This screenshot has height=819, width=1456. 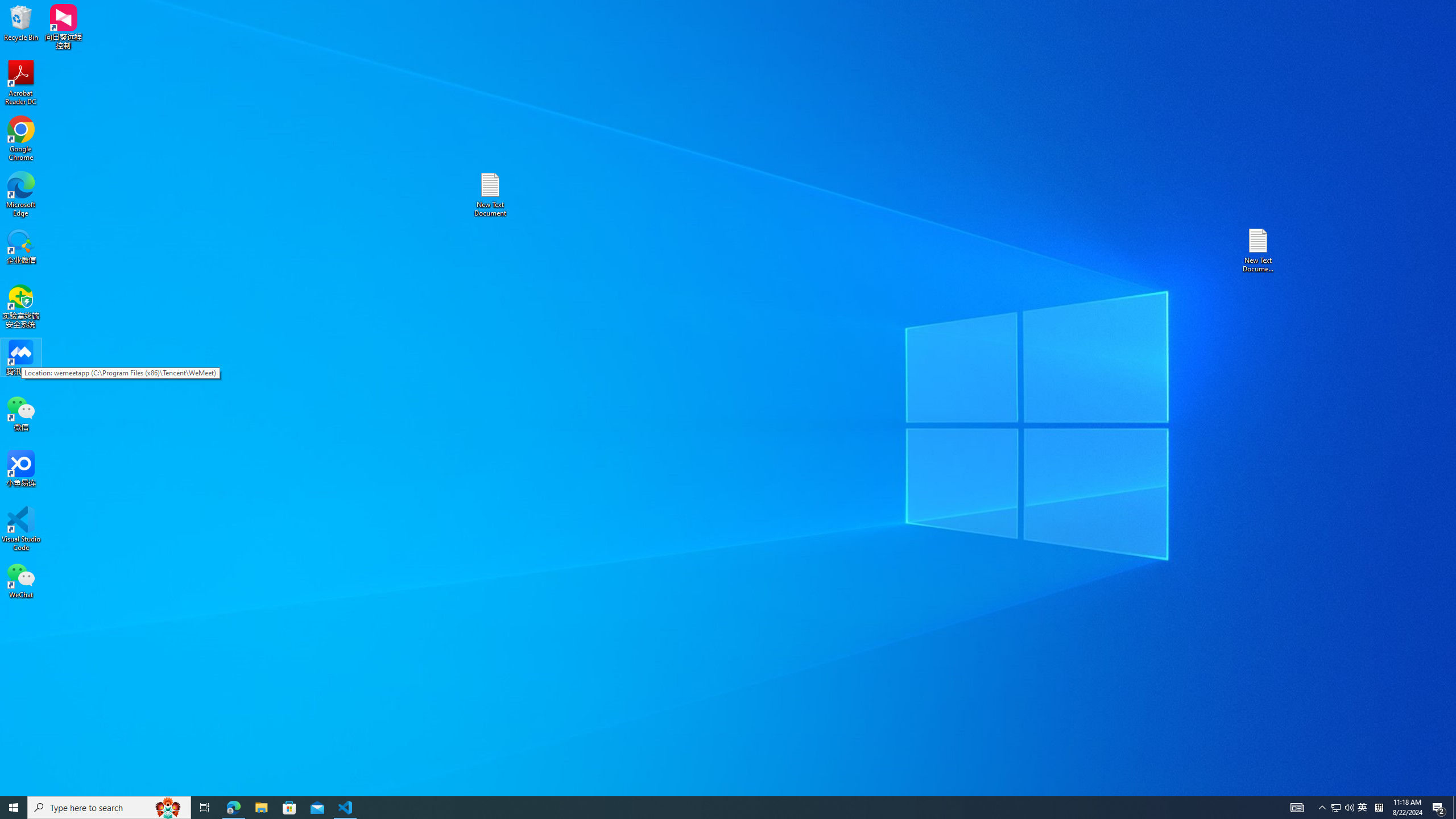 I want to click on 'Start', so click(x=14, y=806).